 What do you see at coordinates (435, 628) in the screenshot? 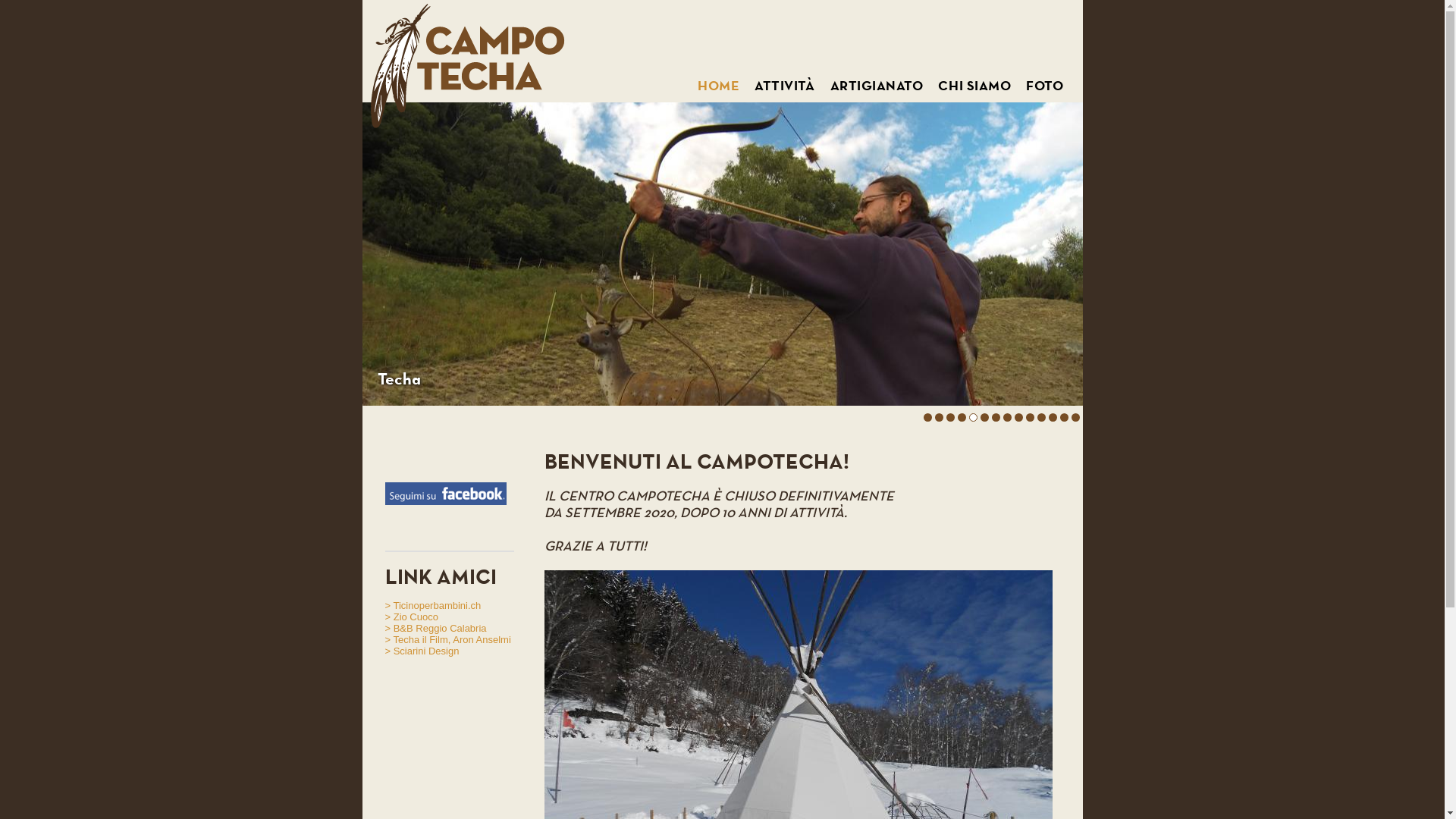
I see `'> B&B Reggio Calabria'` at bounding box center [435, 628].